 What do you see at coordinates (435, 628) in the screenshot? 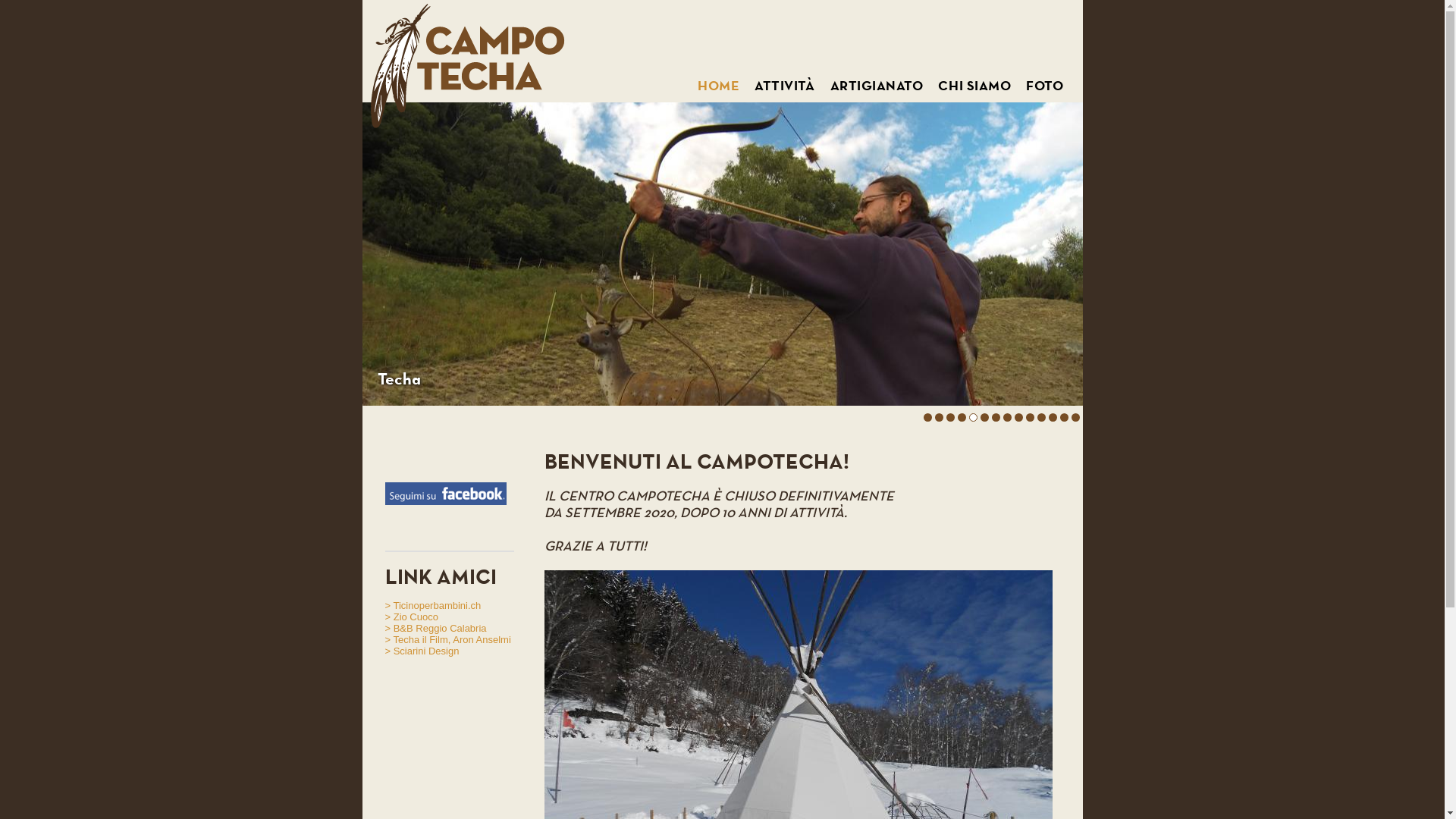
I see `'> B&B Reggio Calabria'` at bounding box center [435, 628].